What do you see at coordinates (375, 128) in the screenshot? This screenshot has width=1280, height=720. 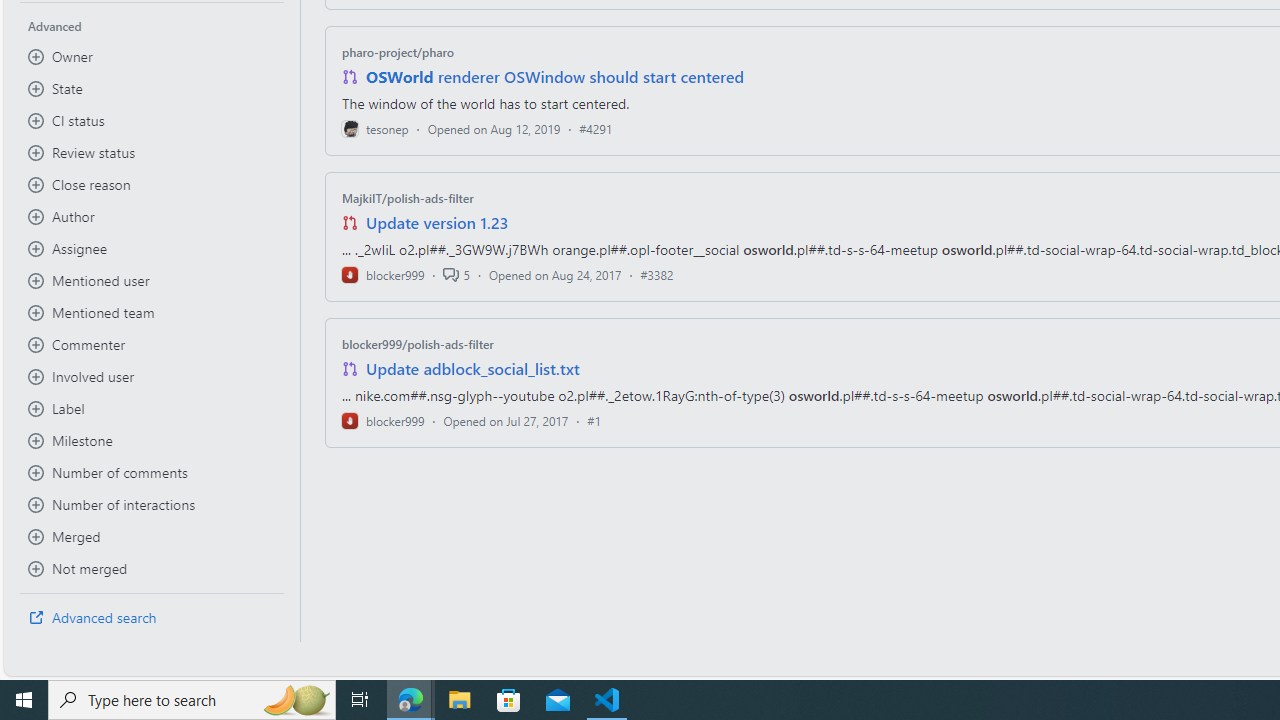 I see `'tesonep'` at bounding box center [375, 128].